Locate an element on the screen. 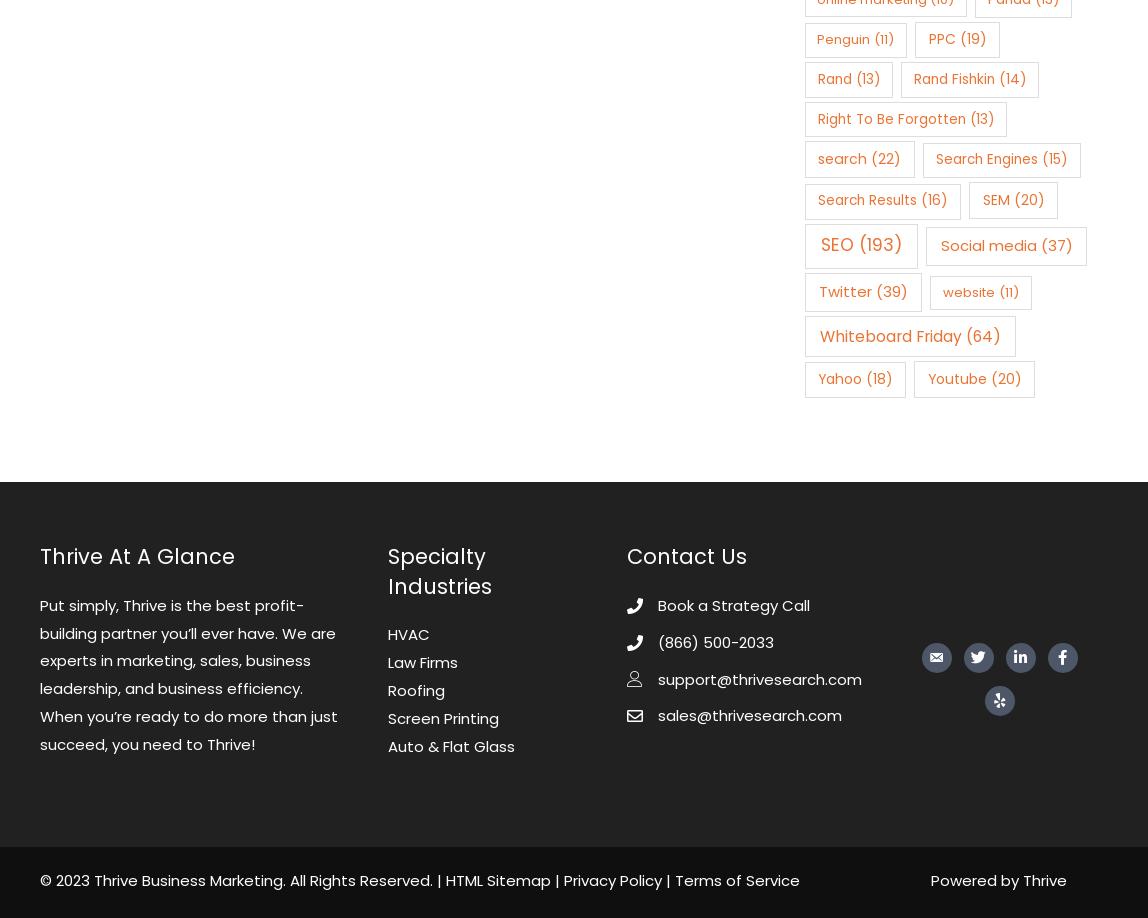 The width and height of the screenshot is (1148, 918). 'Roofing' is located at coordinates (416, 688).